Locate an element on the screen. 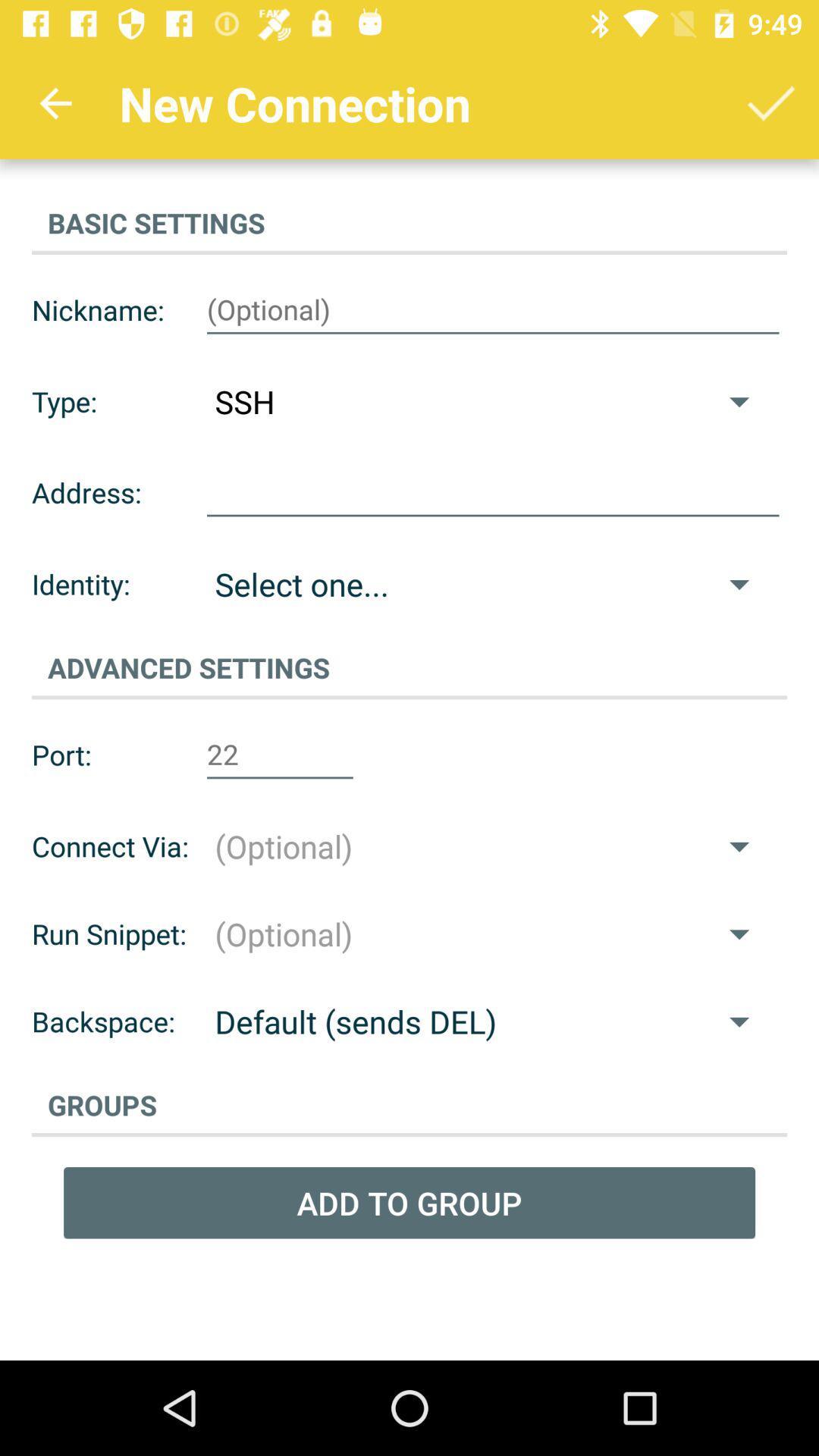  nickname is located at coordinates (493, 309).